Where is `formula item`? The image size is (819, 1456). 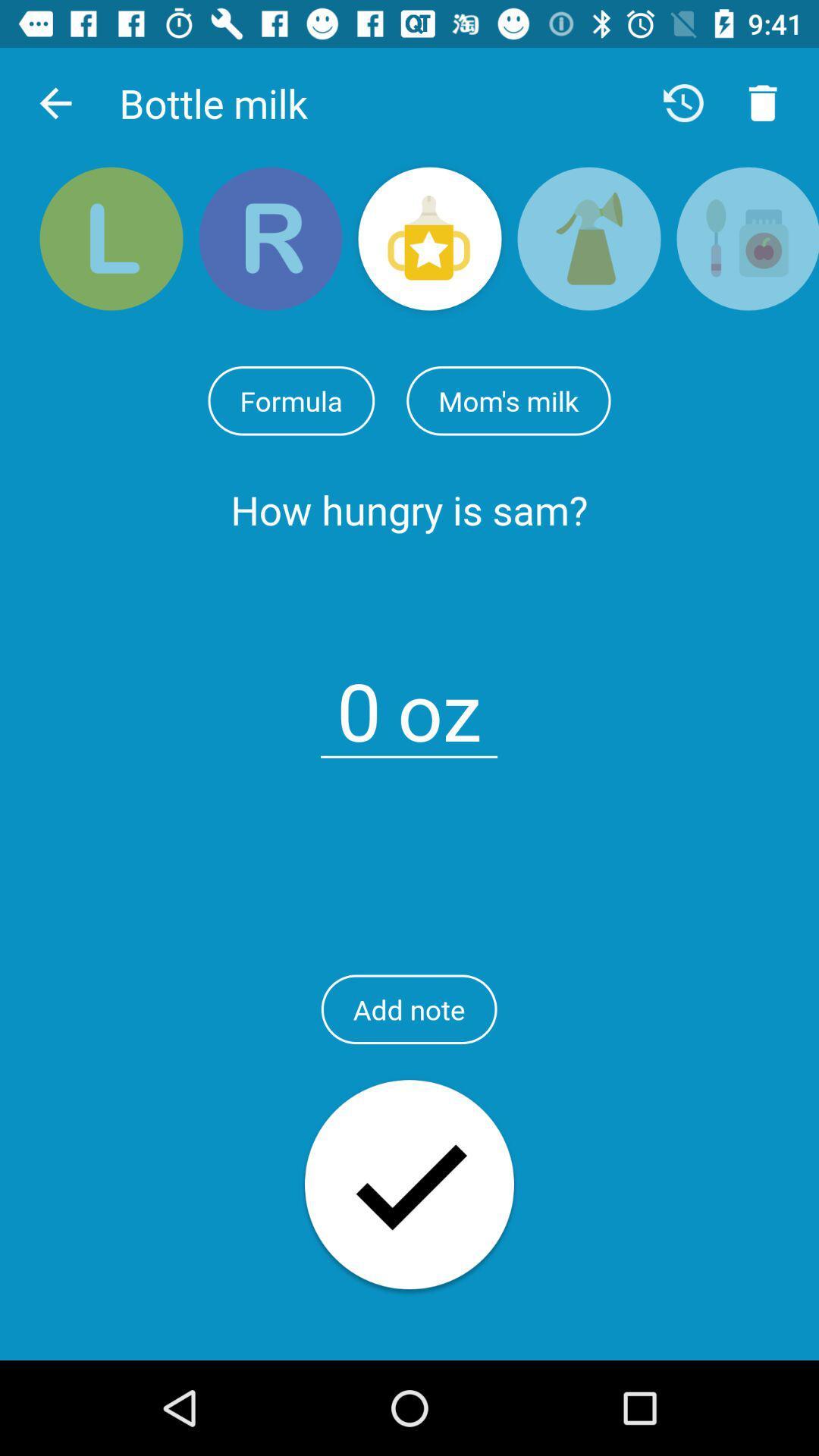 formula item is located at coordinates (291, 400).